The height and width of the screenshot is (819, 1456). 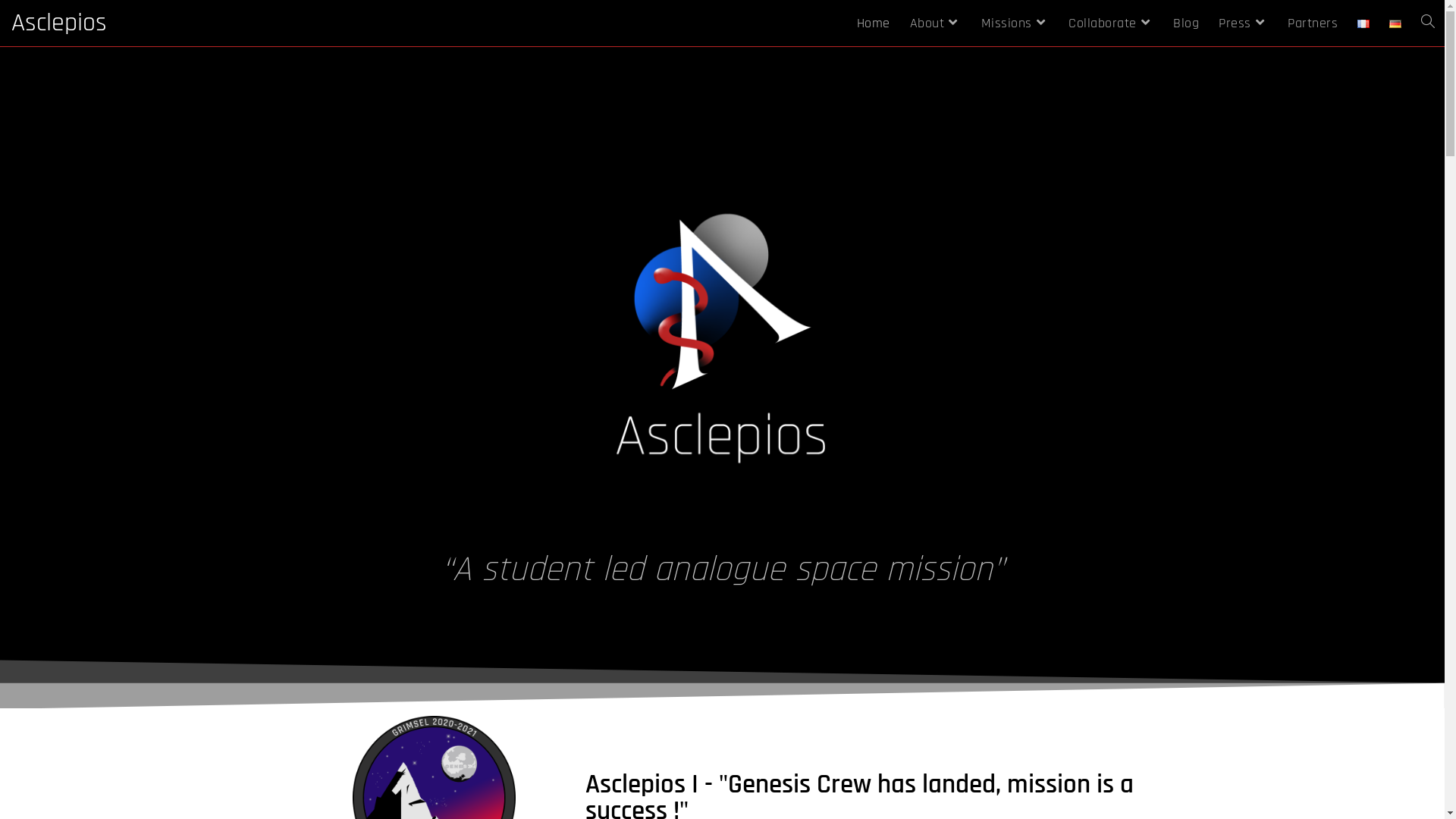 I want to click on 'Missions', so click(x=1015, y=23).